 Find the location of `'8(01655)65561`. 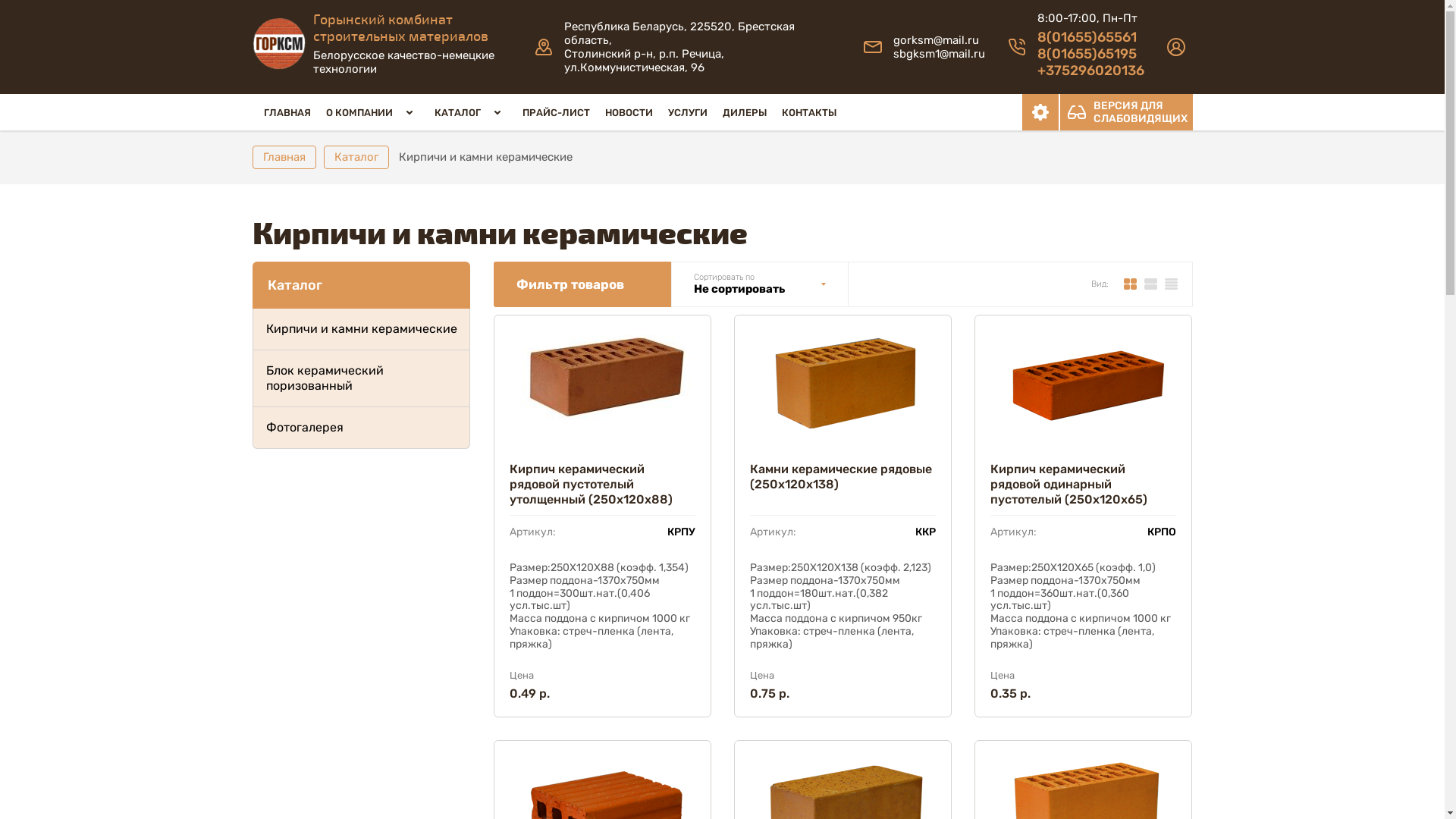

'8(01655)65561 is located at coordinates (1090, 52).